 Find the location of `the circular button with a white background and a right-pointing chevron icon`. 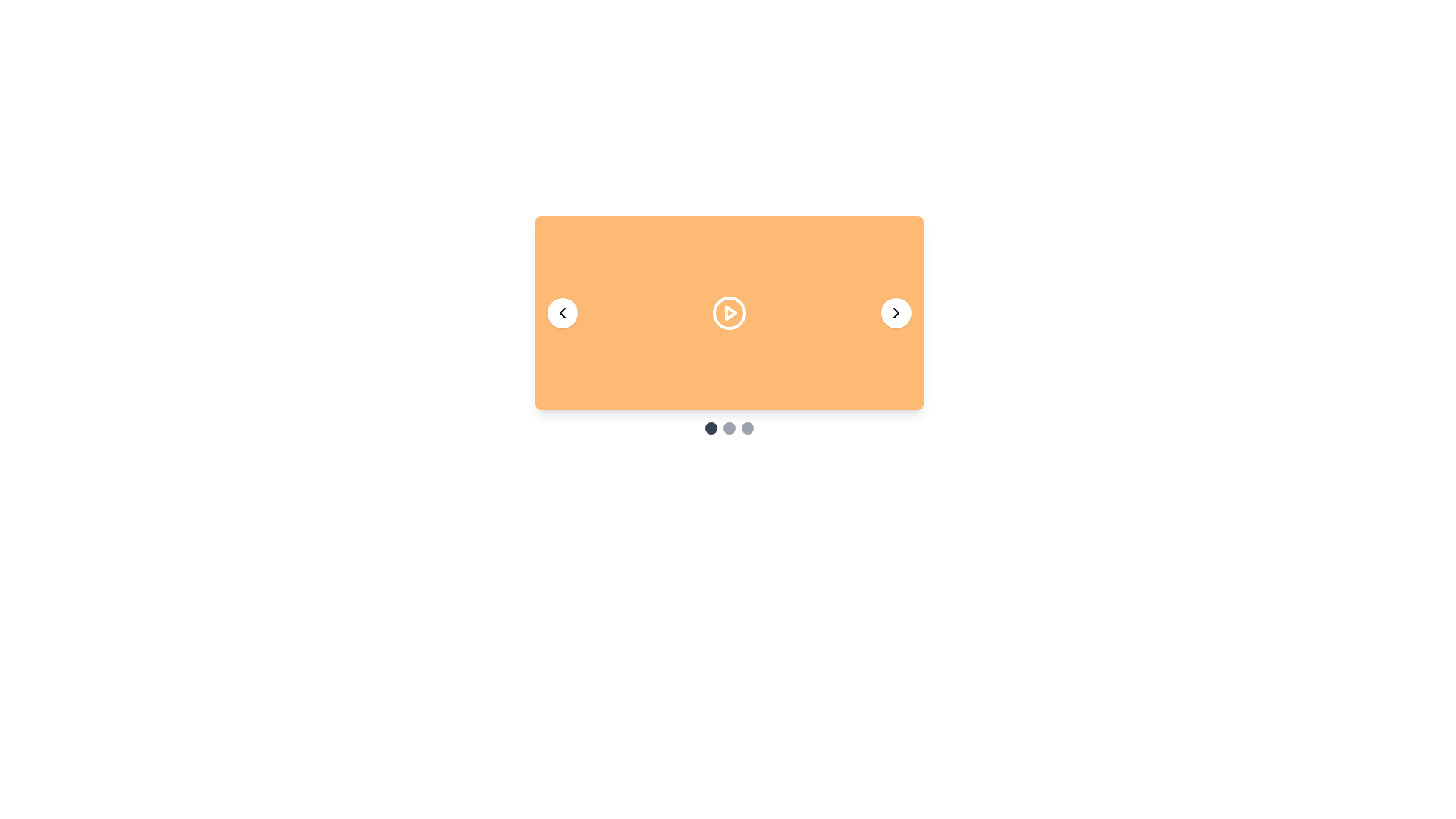

the circular button with a white background and a right-pointing chevron icon is located at coordinates (896, 312).